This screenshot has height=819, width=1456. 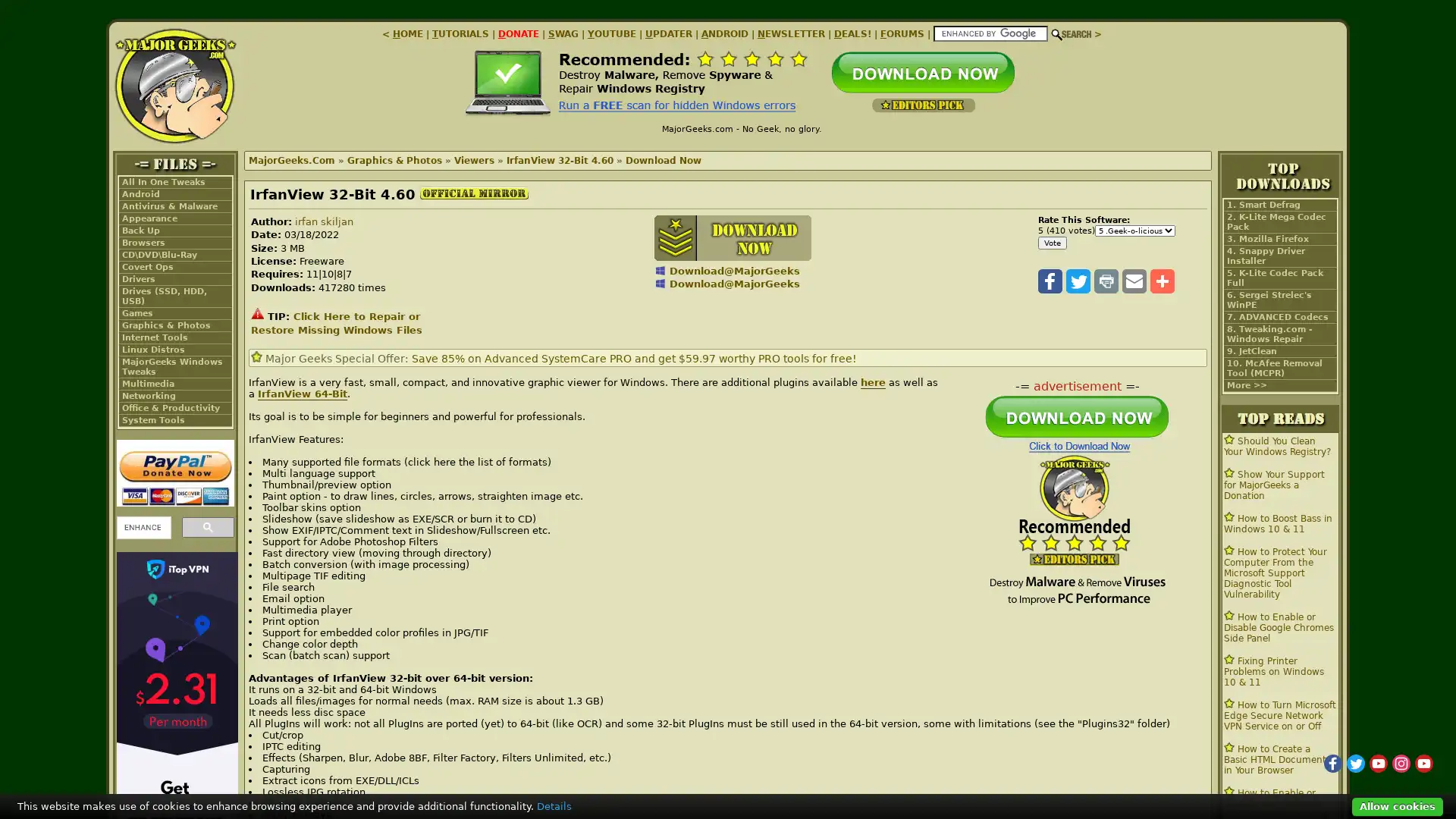 I want to click on Share to Twitter, so click(x=1077, y=281).